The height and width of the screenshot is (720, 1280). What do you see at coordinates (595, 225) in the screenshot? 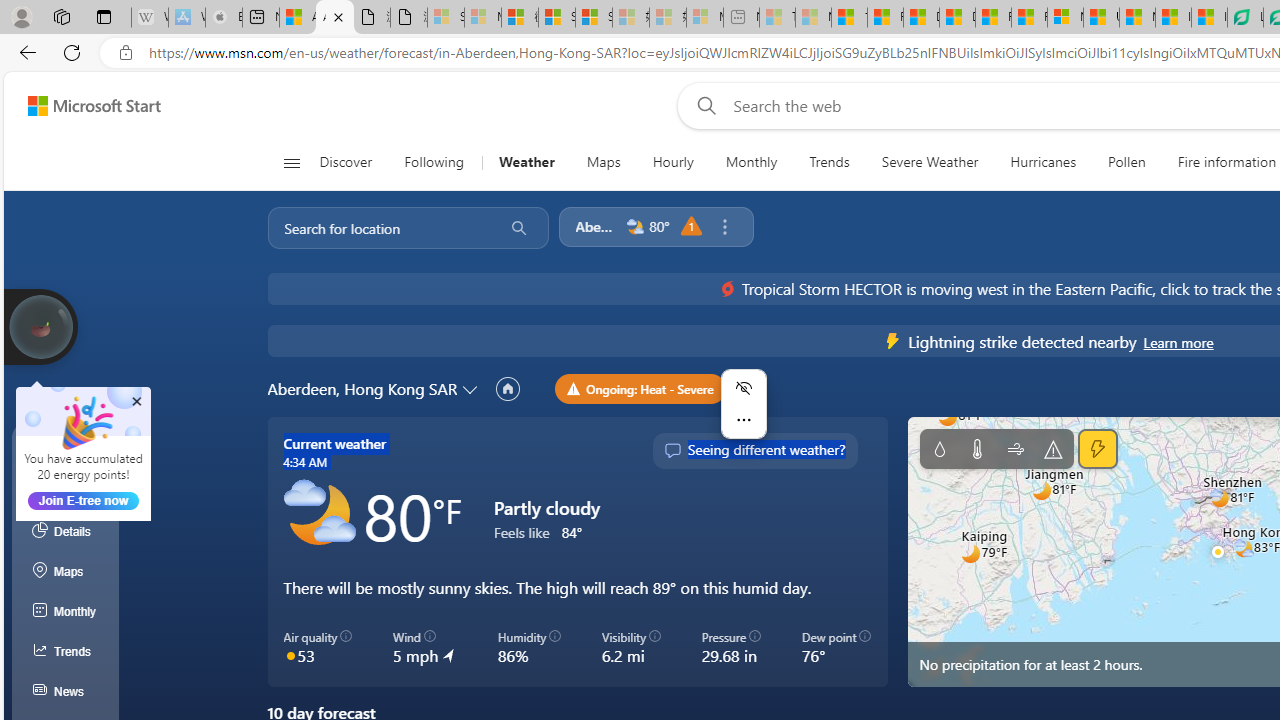
I see `'Aberdeen'` at bounding box center [595, 225].